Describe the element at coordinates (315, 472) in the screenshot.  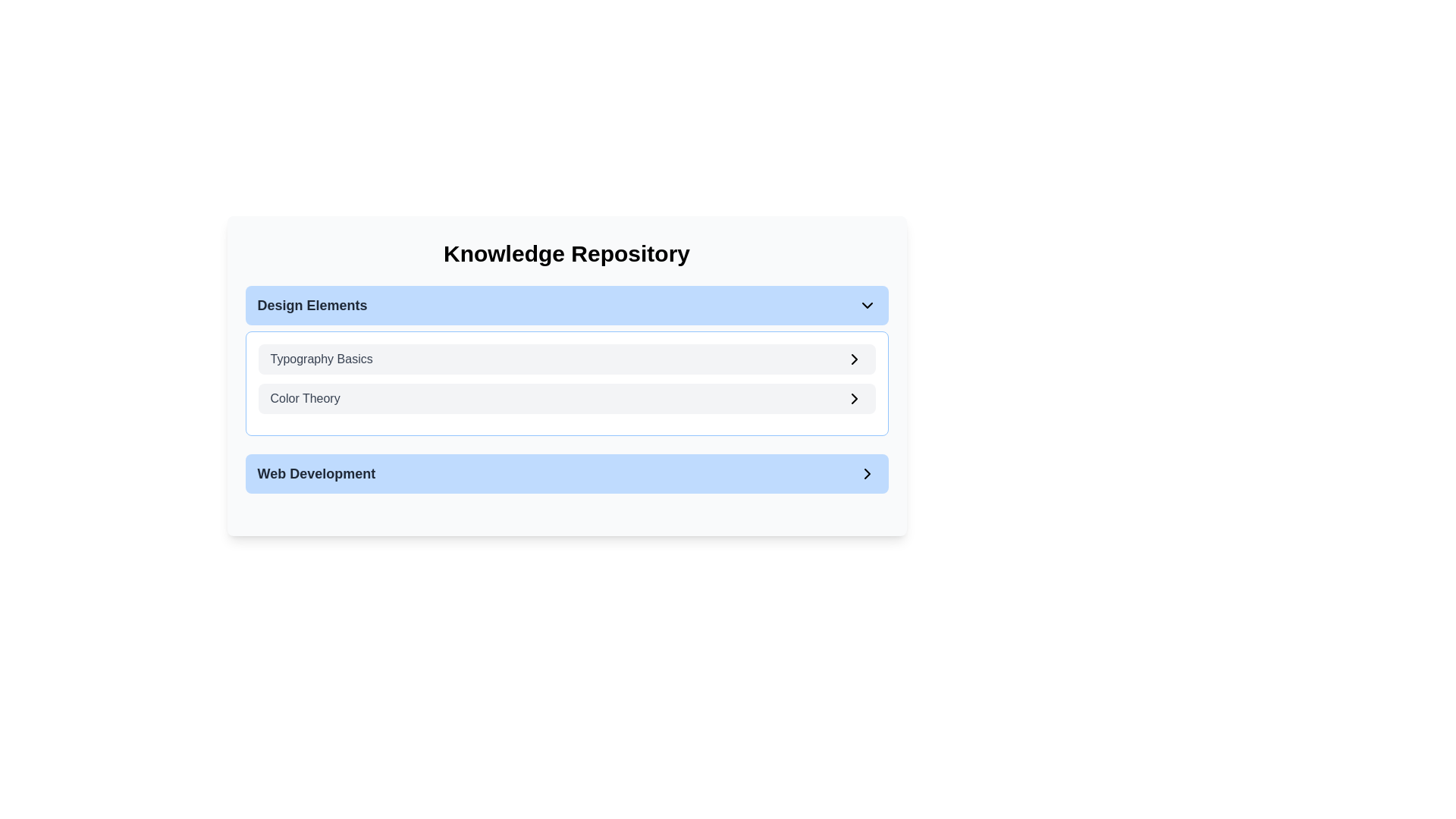
I see `the static text label that serves as a title for the selectable button representing the 'Web Development' section, located within the 'Knowledge Repository' section` at that location.